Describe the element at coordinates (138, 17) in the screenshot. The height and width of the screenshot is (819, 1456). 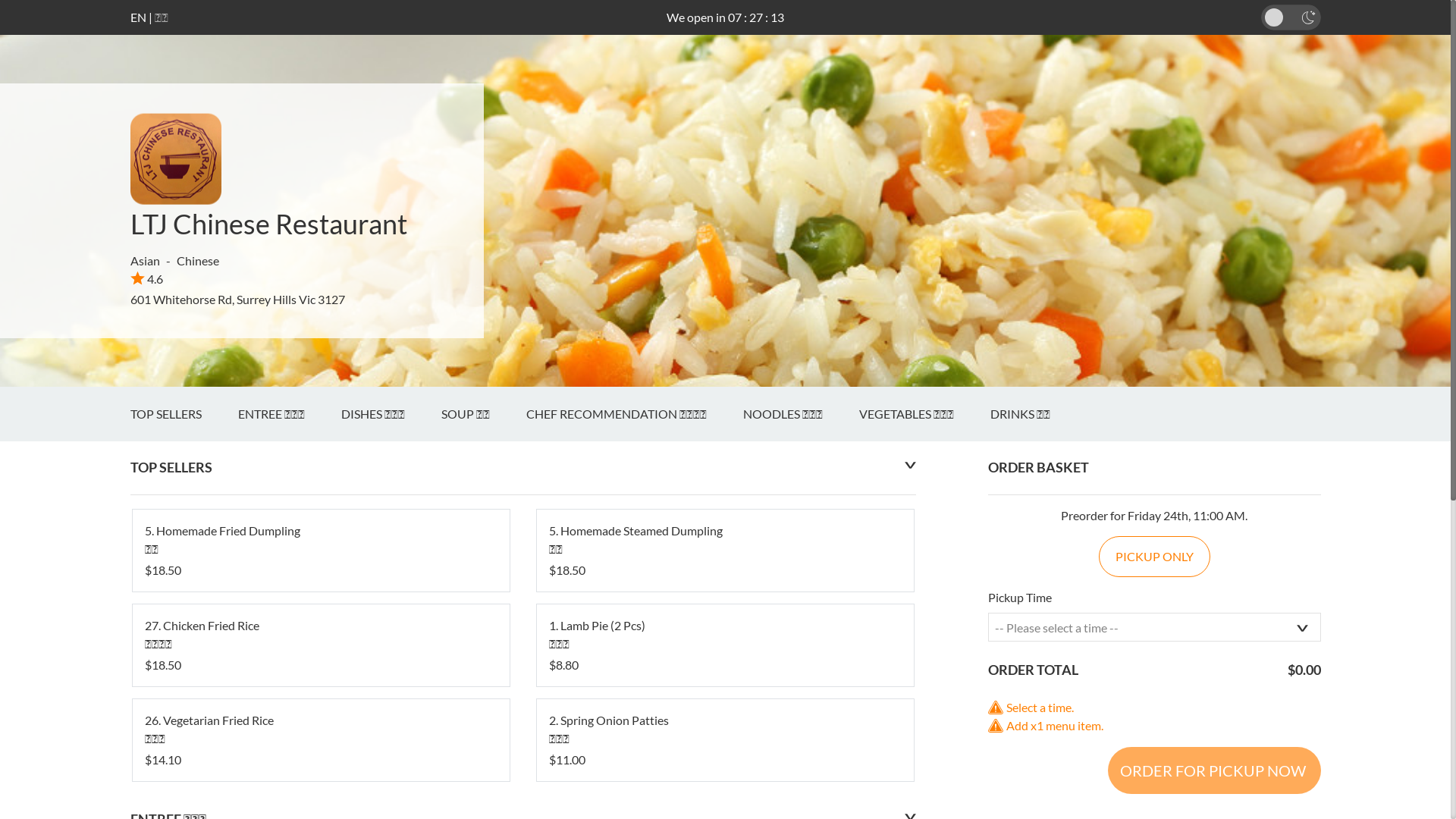
I see `'EN'` at that location.